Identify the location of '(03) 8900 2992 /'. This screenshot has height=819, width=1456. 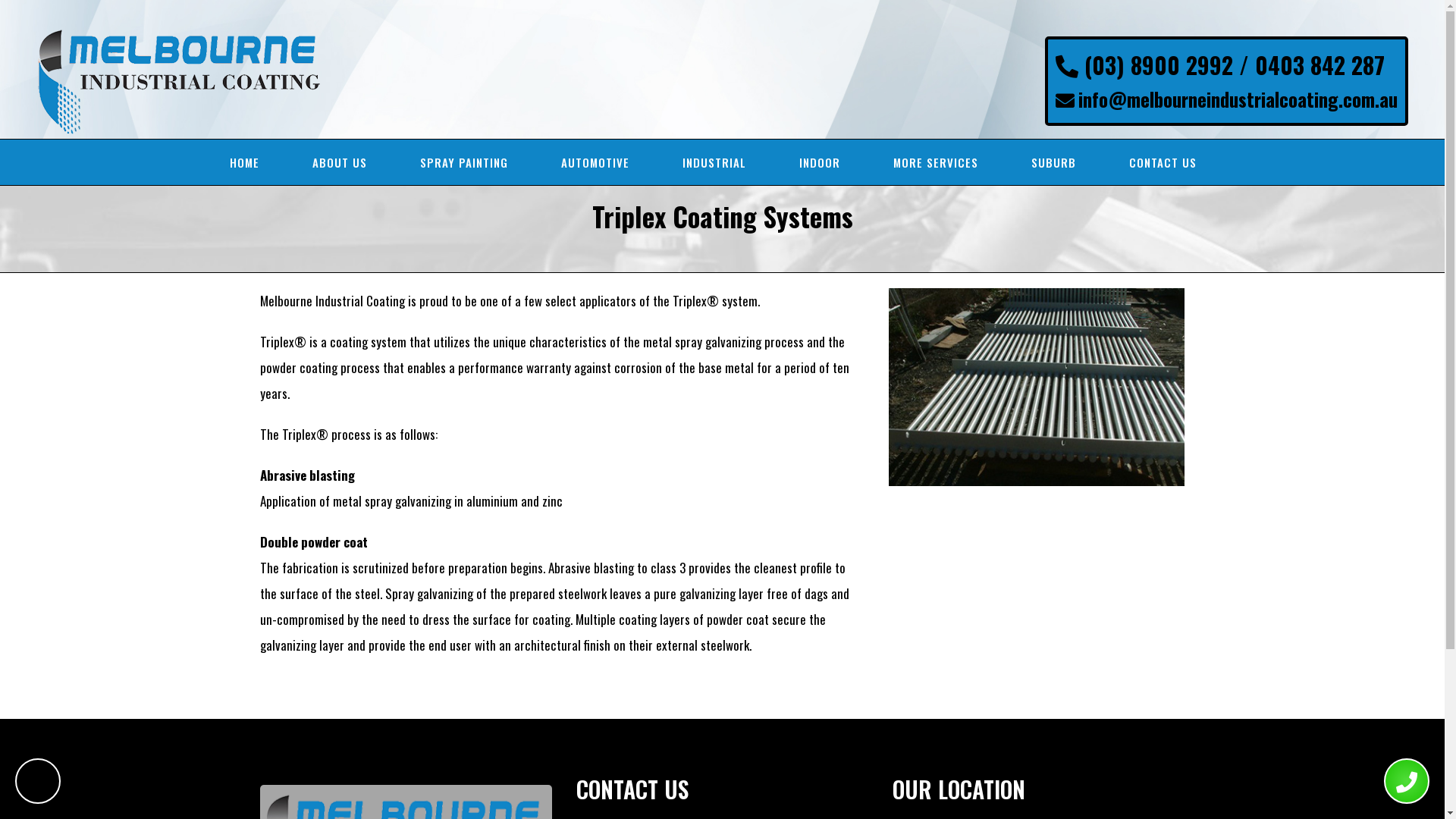
(1154, 64).